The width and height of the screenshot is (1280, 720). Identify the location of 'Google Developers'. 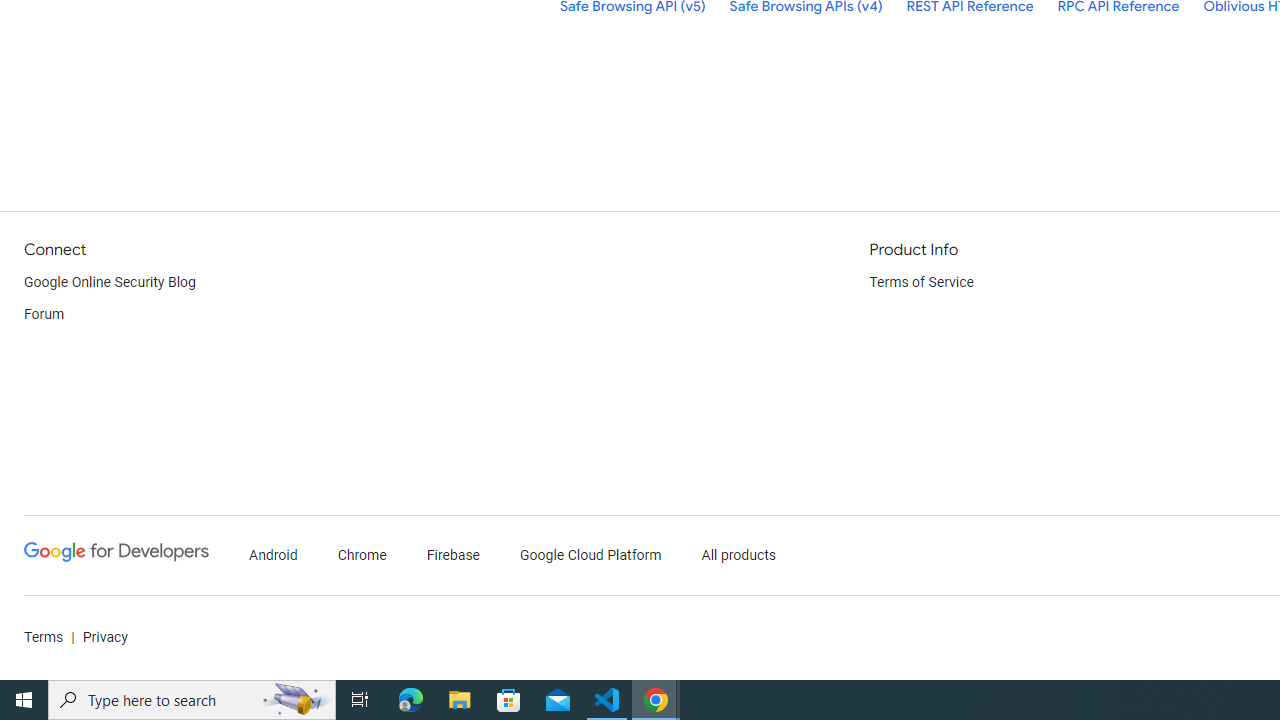
(115, 551).